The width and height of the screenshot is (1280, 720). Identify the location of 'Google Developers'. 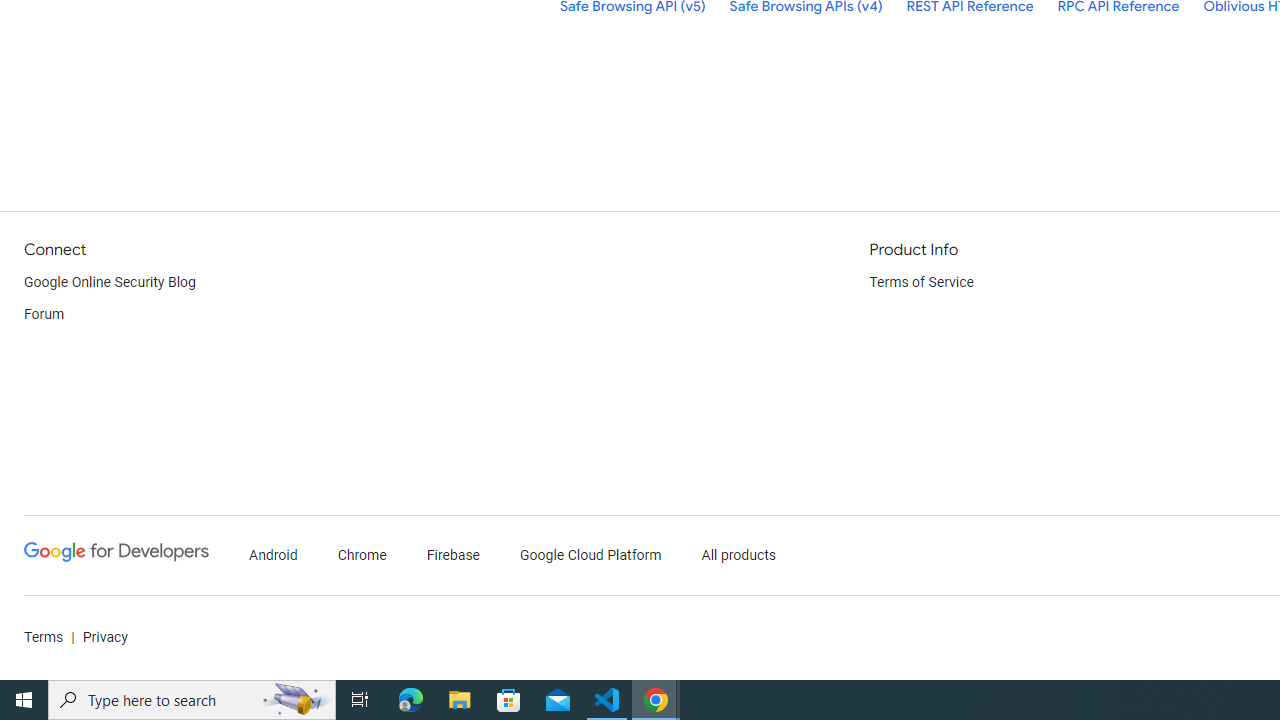
(115, 551).